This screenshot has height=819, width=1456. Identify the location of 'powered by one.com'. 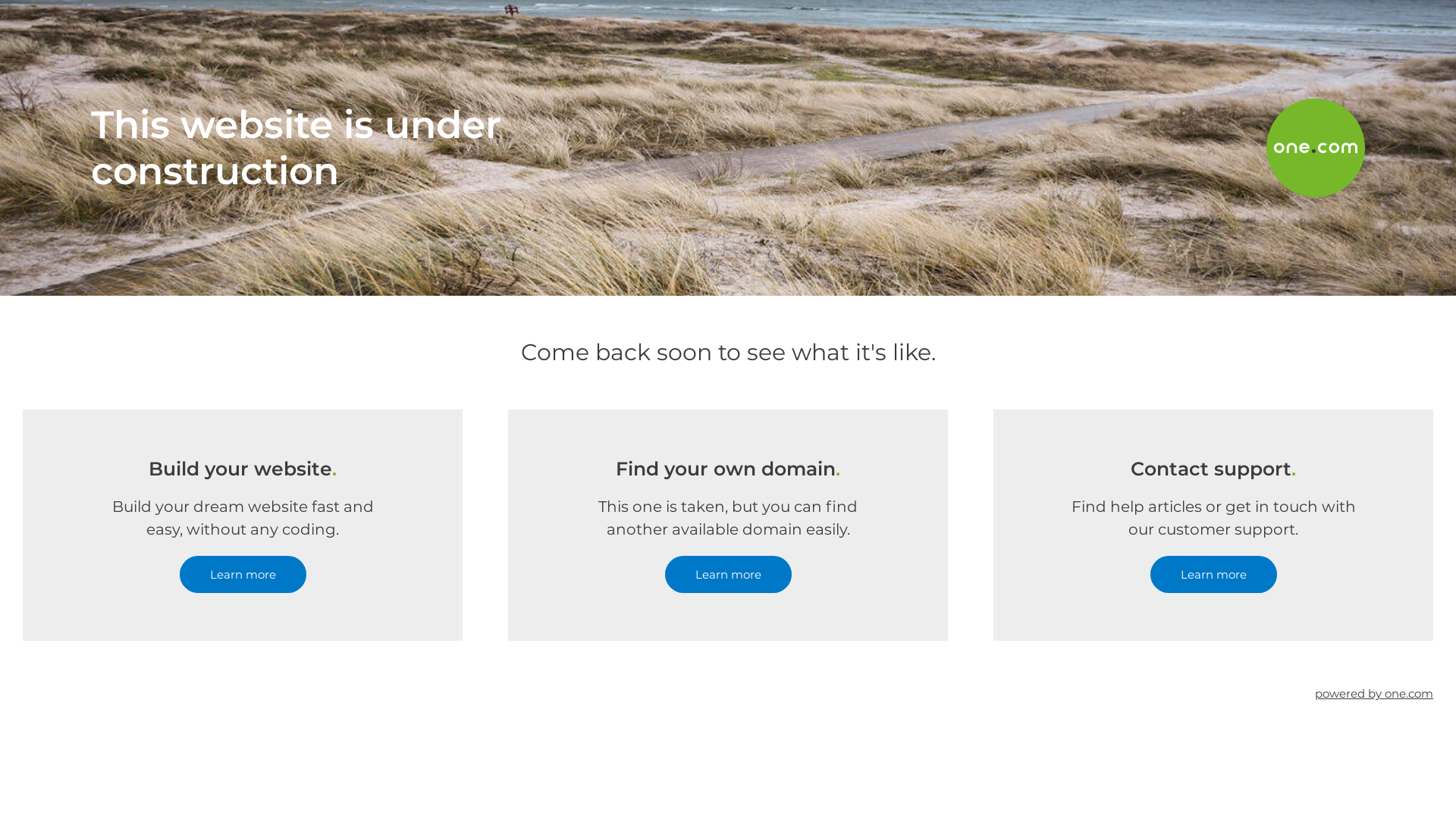
(1373, 693).